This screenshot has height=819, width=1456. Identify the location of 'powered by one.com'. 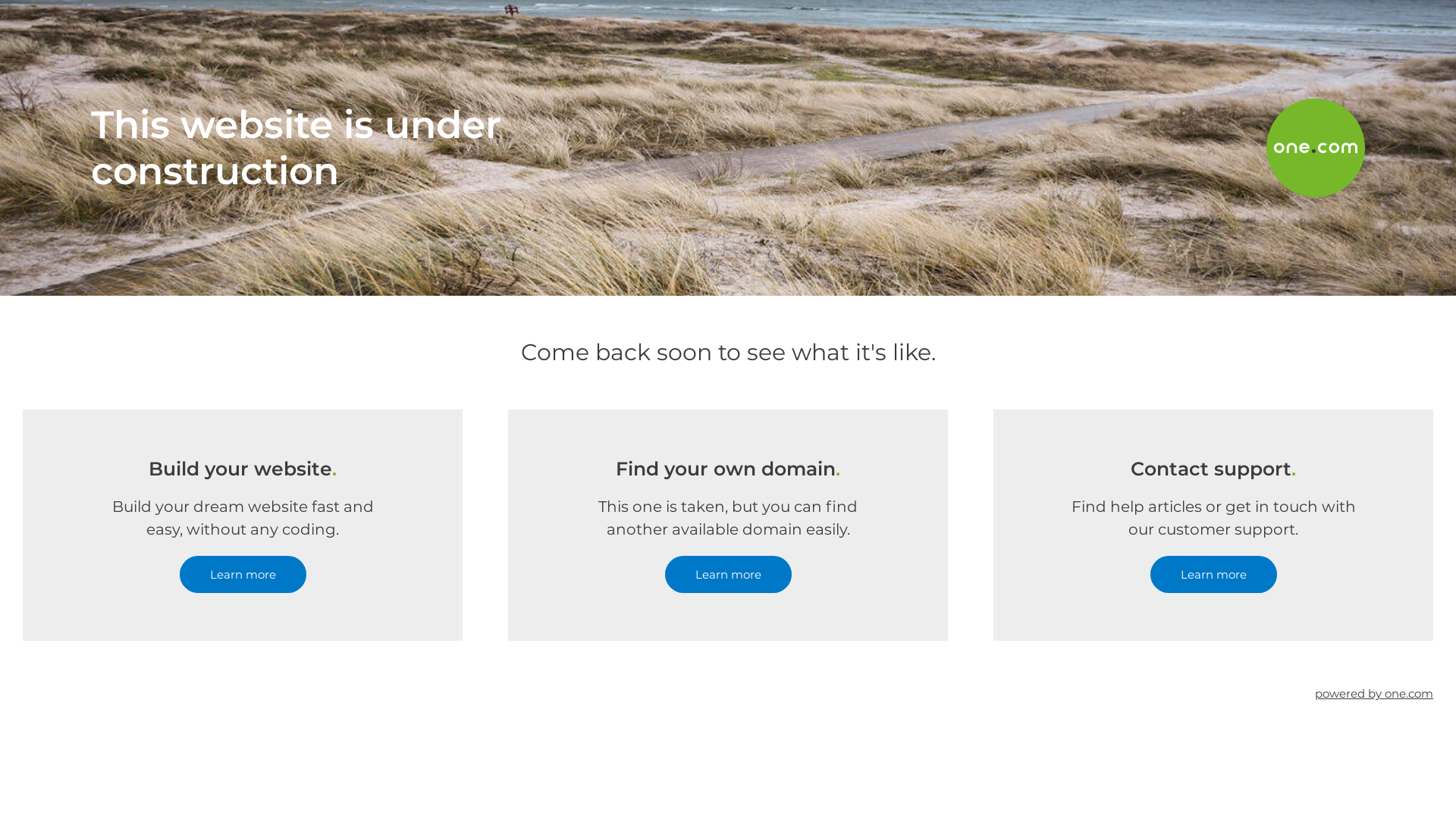
(1373, 693).